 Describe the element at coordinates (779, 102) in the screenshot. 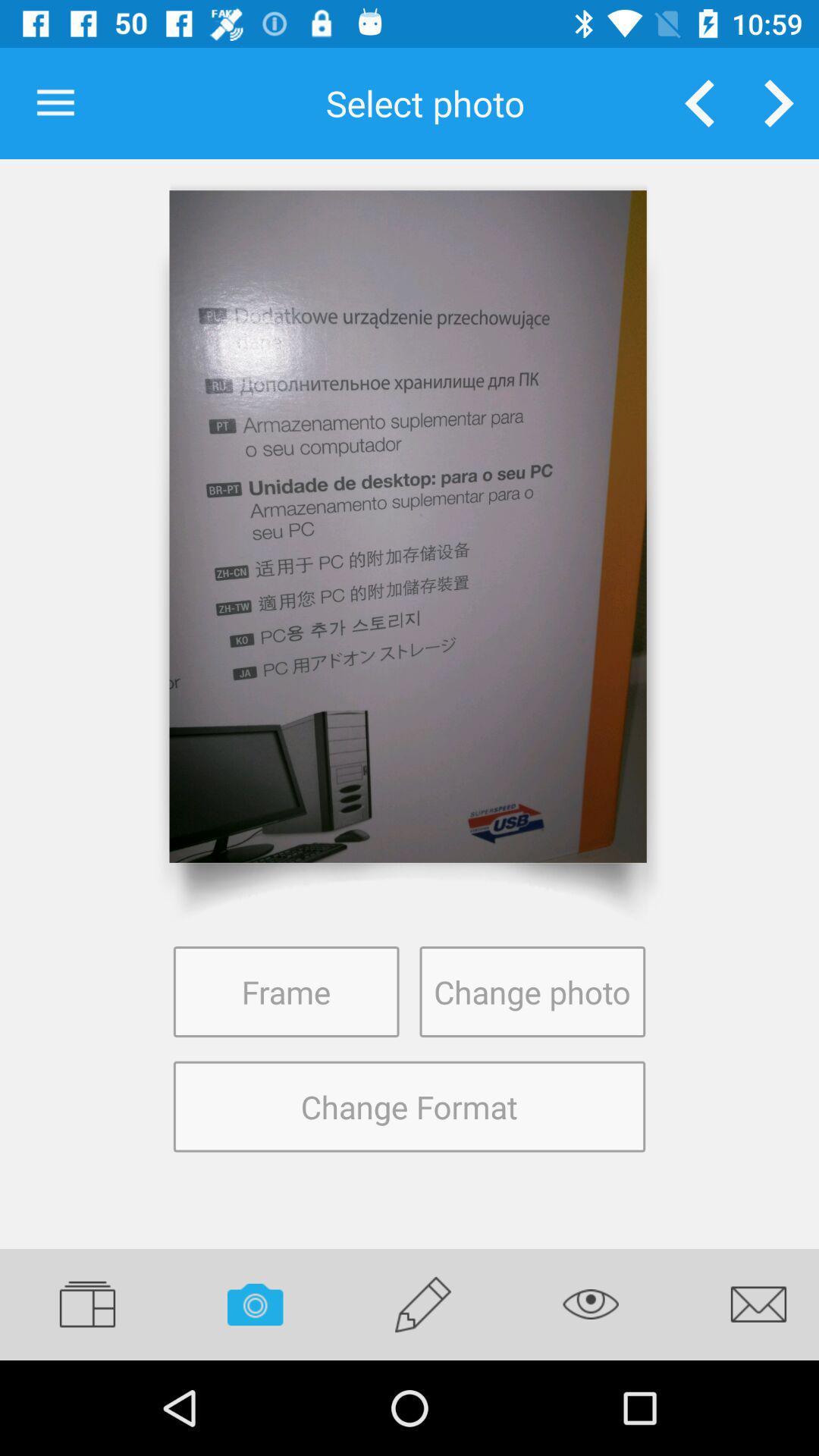

I see `forward` at that location.